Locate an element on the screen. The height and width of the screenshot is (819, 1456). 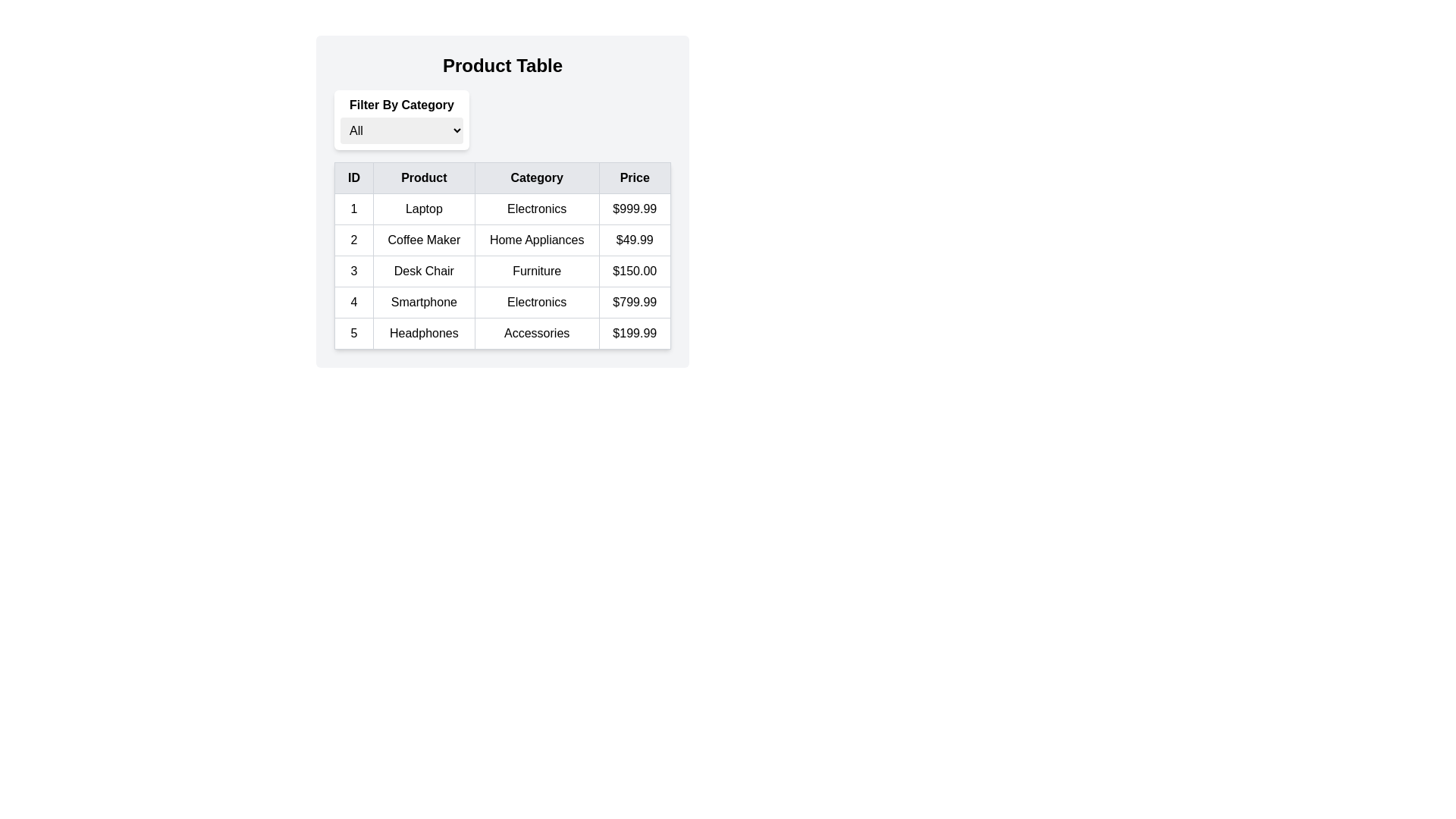
the Table Header Cell containing the text 'Product' is located at coordinates (424, 177).